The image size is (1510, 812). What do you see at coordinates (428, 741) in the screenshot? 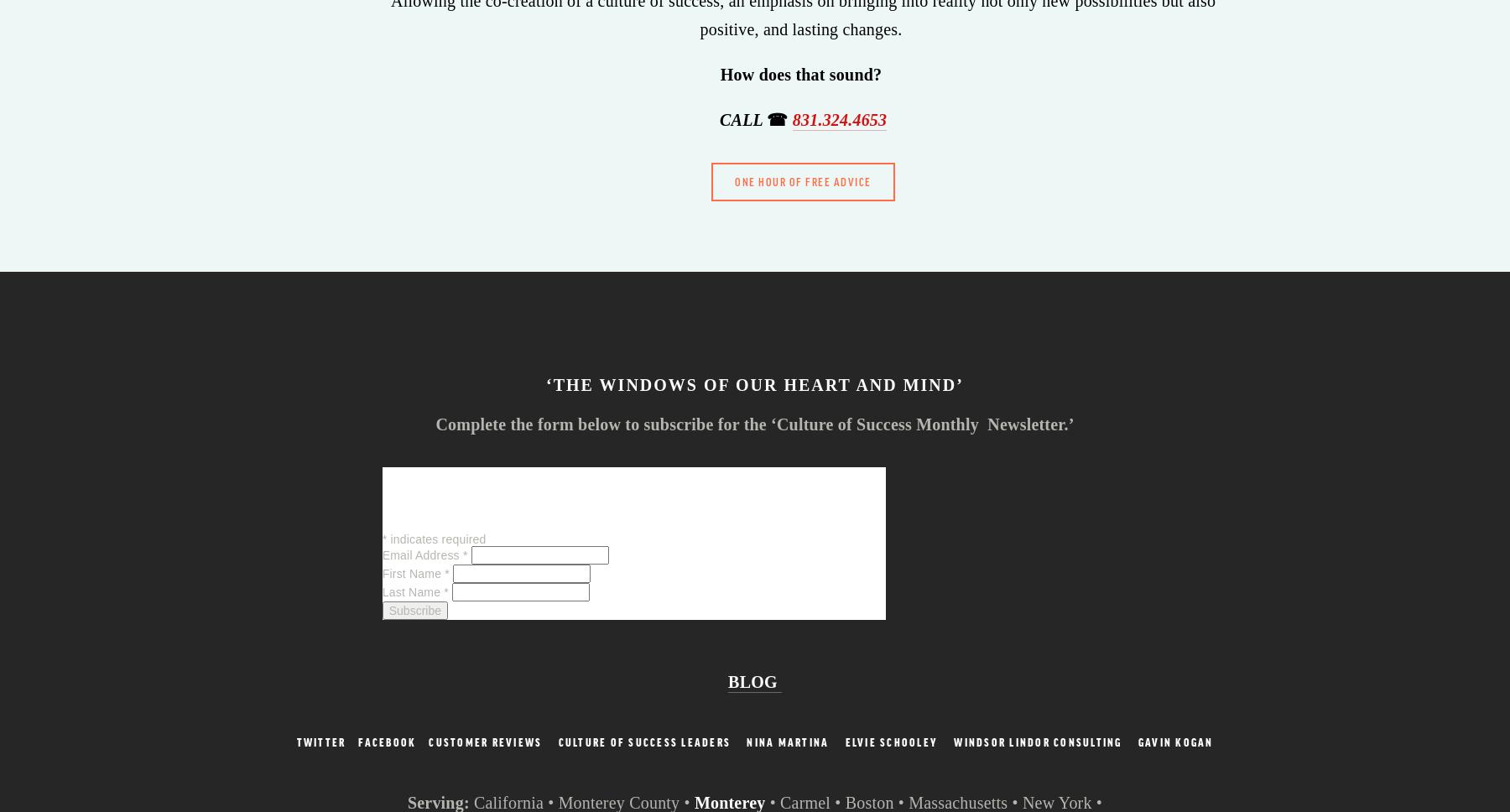
I see `'Customer Reviews'` at bounding box center [428, 741].